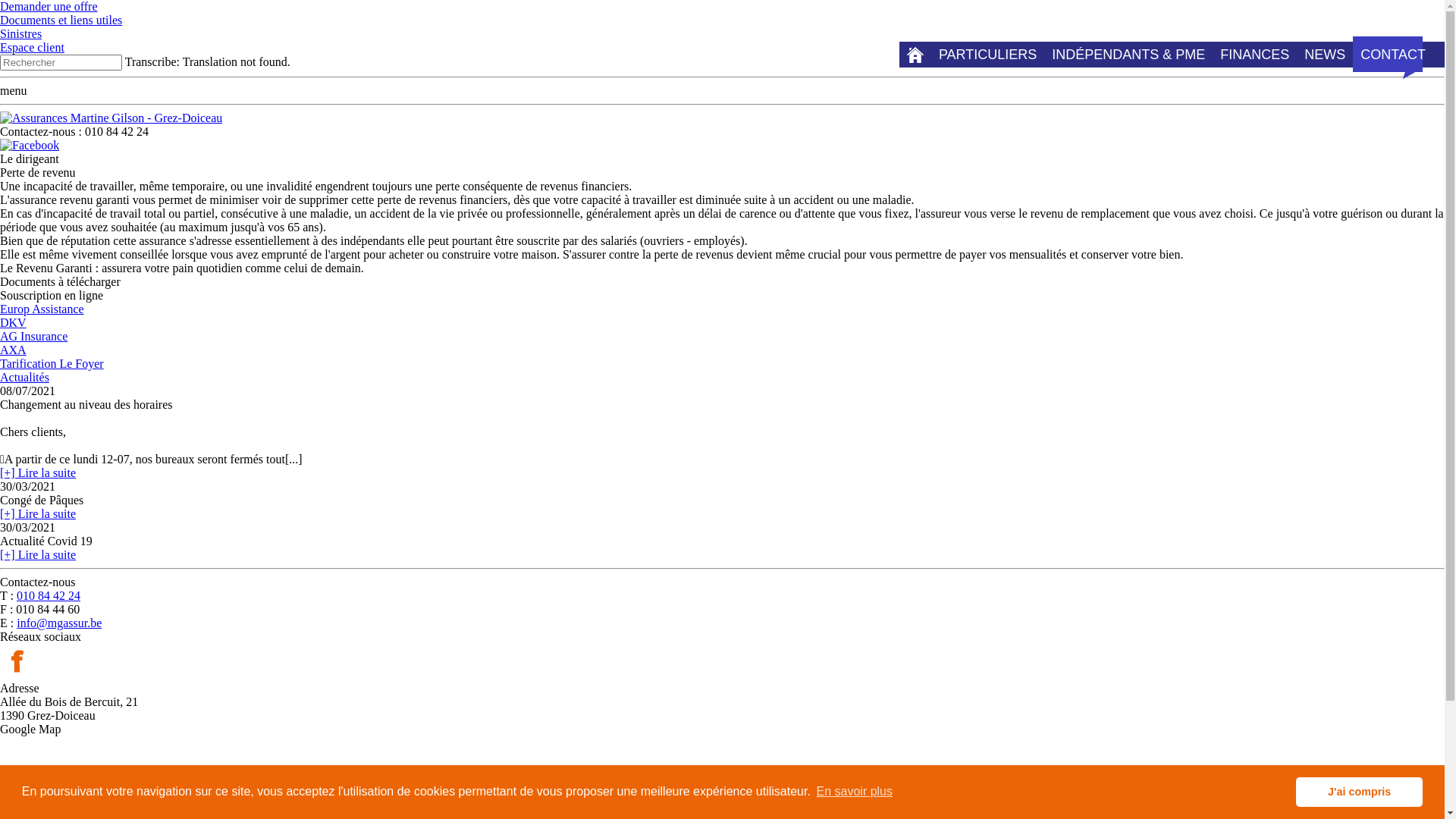  What do you see at coordinates (1359, 791) in the screenshot?
I see `'J'ai compris'` at bounding box center [1359, 791].